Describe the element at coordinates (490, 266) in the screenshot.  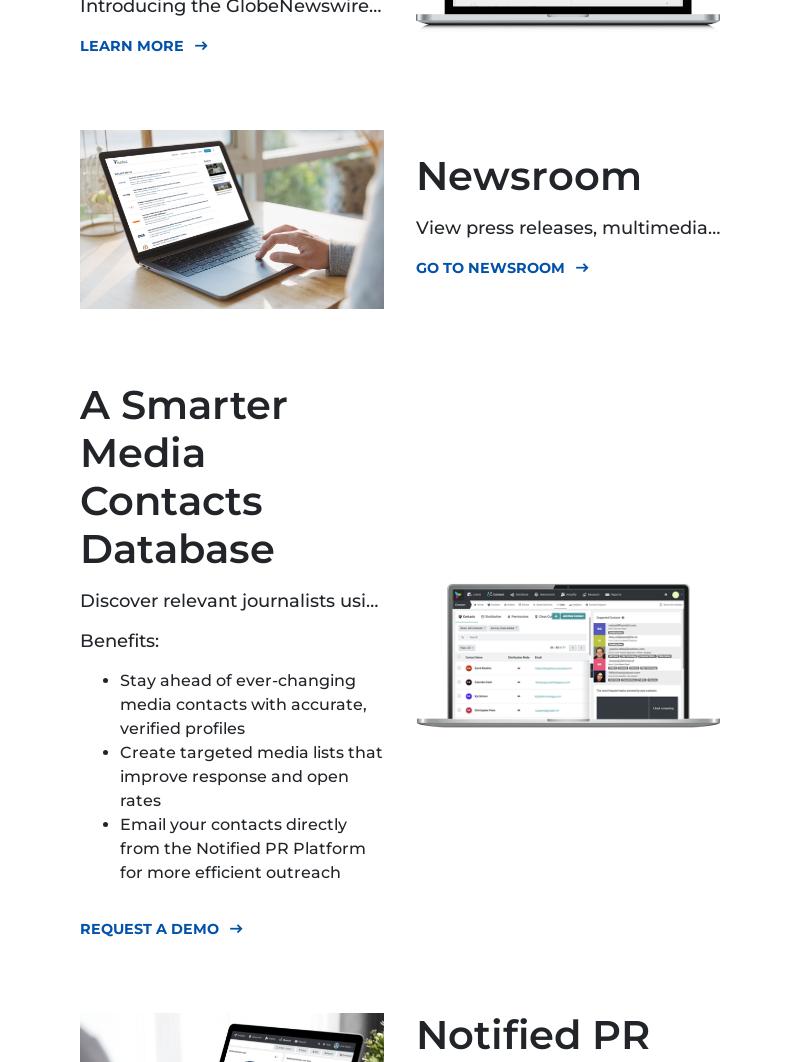
I see `'GO TO NEWSROOM'` at that location.